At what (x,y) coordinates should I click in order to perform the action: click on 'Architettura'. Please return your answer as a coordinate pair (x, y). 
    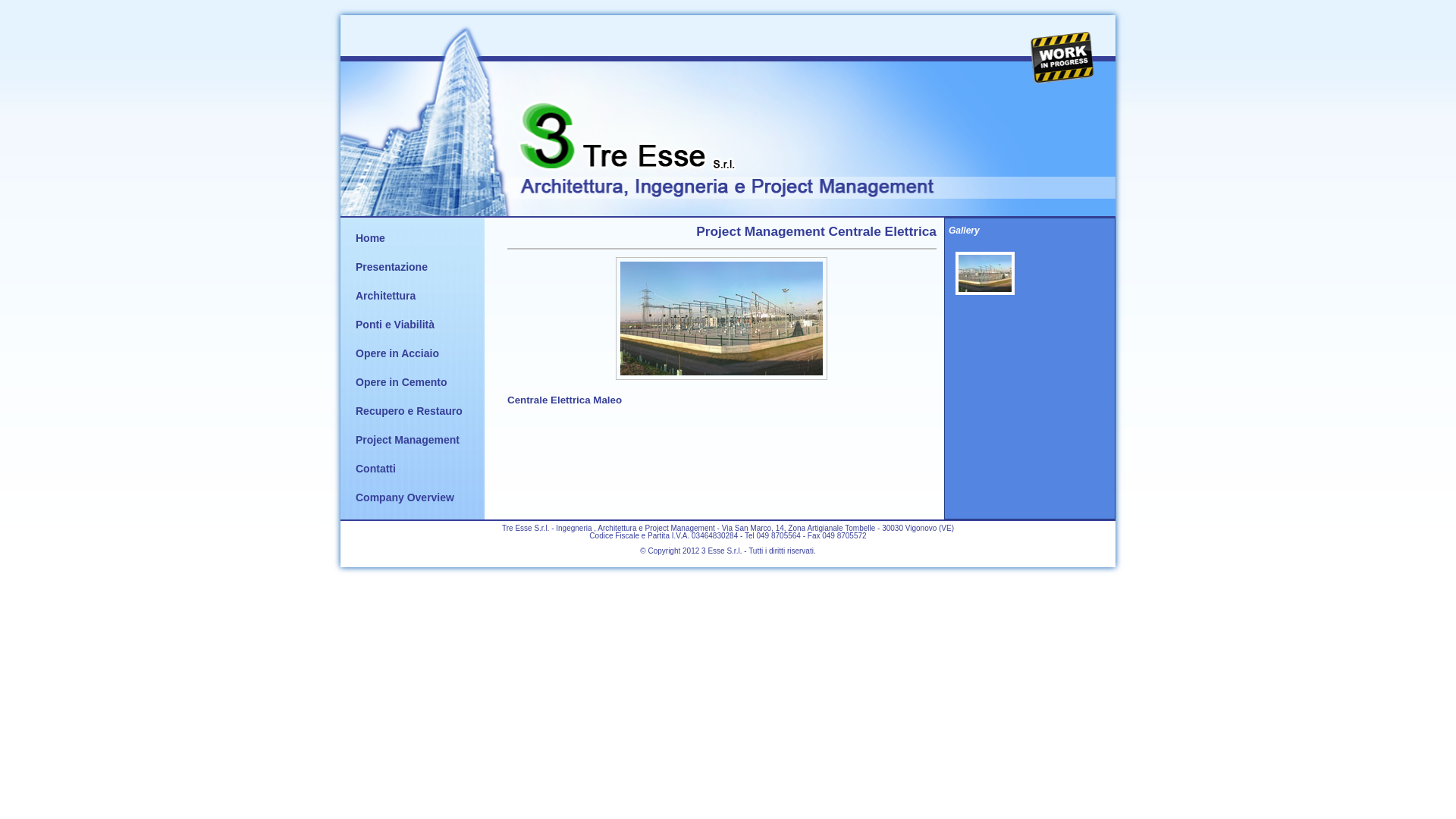
    Looking at the image, I should click on (385, 295).